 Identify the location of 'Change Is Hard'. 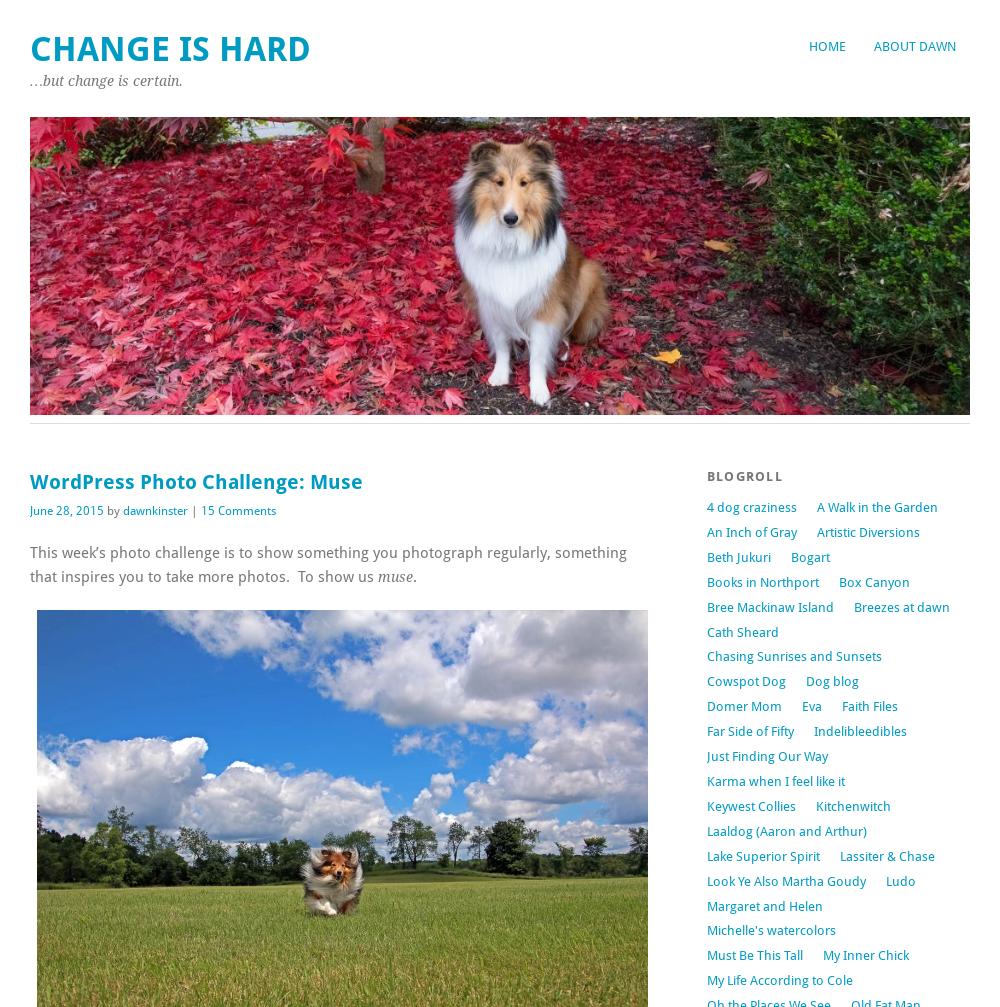
(170, 49).